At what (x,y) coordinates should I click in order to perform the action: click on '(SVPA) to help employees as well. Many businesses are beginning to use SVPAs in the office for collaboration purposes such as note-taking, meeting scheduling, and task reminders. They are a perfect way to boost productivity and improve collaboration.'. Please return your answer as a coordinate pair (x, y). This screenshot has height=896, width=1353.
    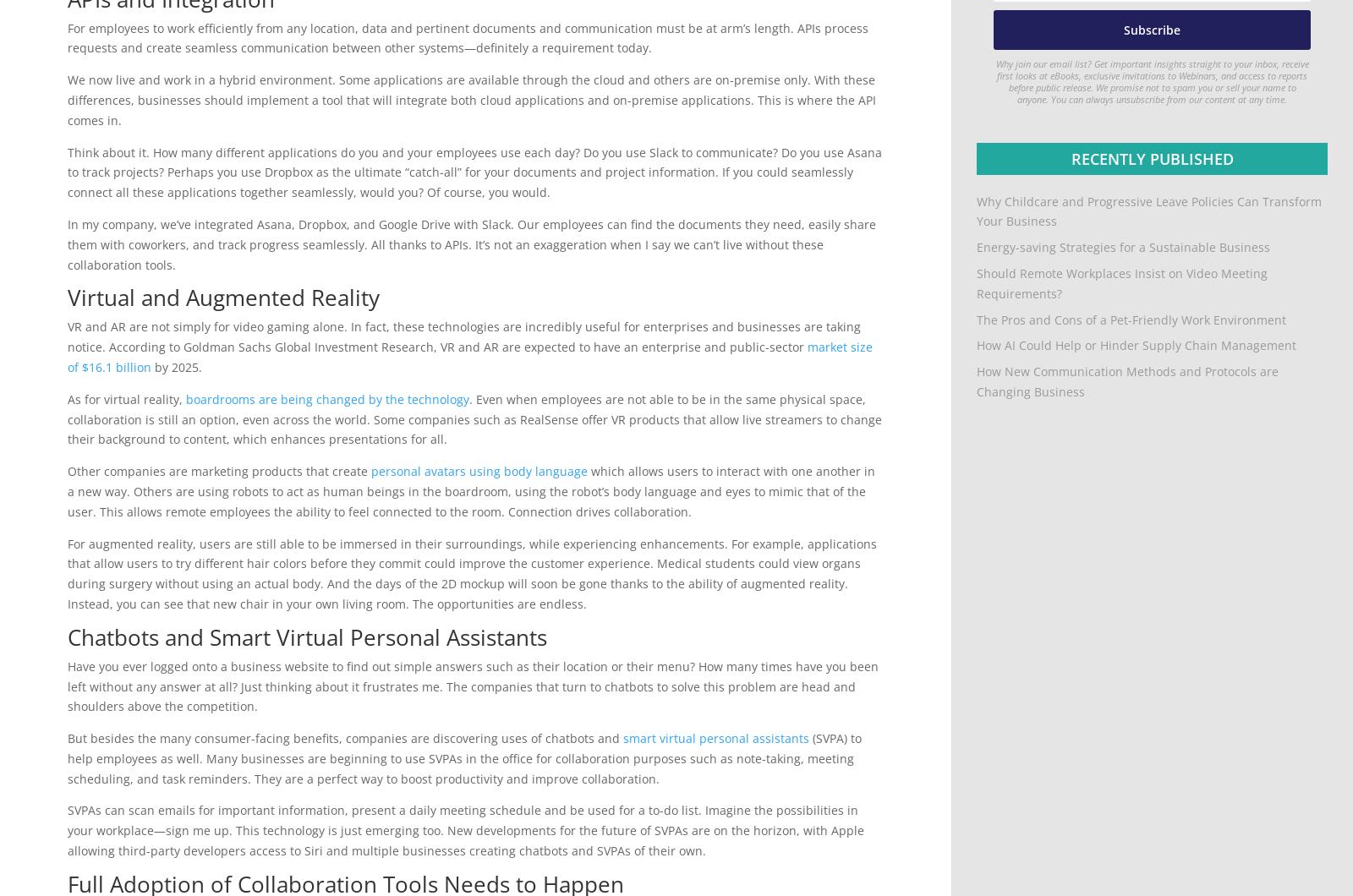
    Looking at the image, I should click on (463, 757).